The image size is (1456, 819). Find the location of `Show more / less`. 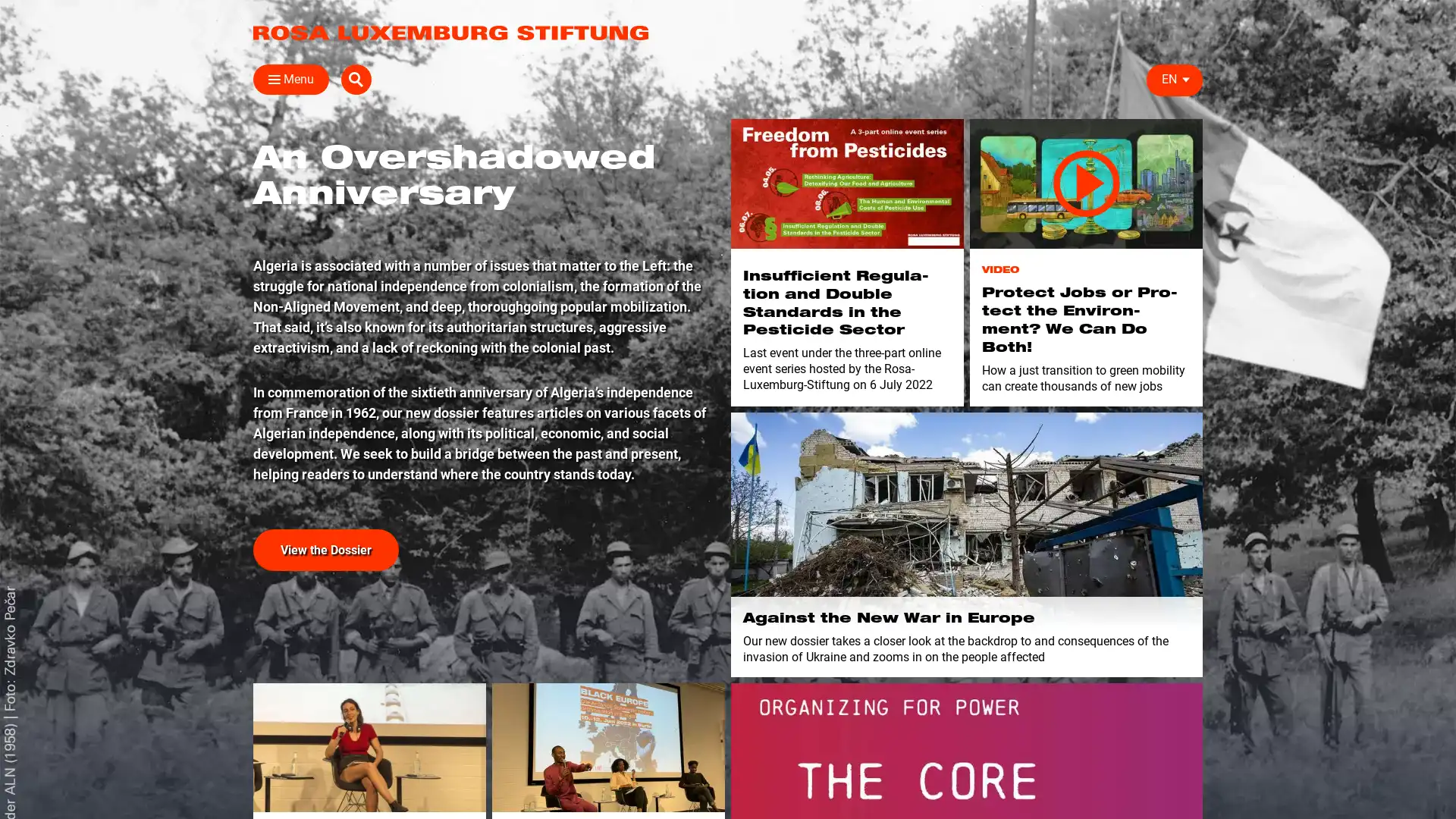

Show more / less is located at coordinates (246, 178).